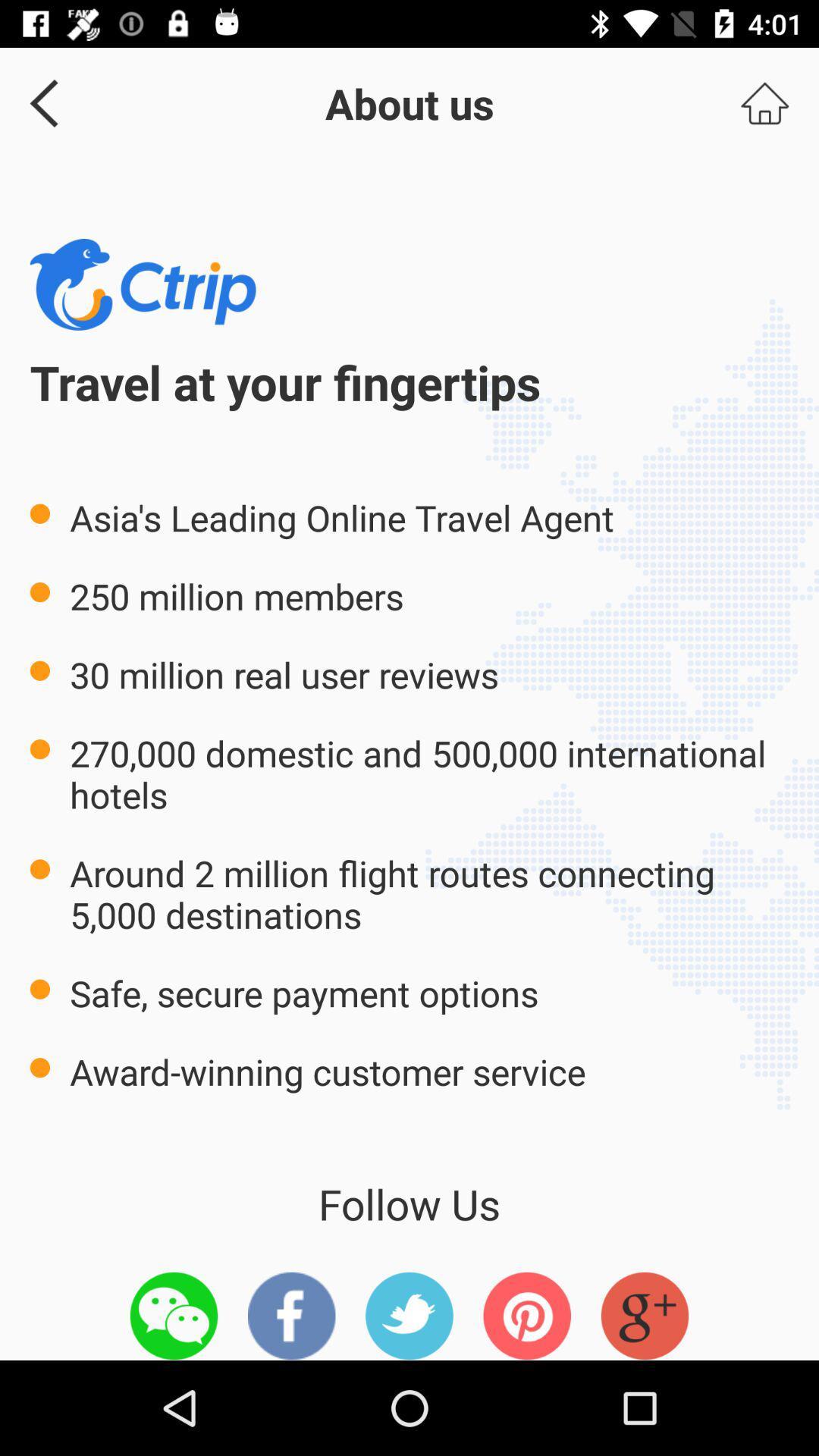 The image size is (819, 1456). I want to click on the arrow_backward icon, so click(38, 102).